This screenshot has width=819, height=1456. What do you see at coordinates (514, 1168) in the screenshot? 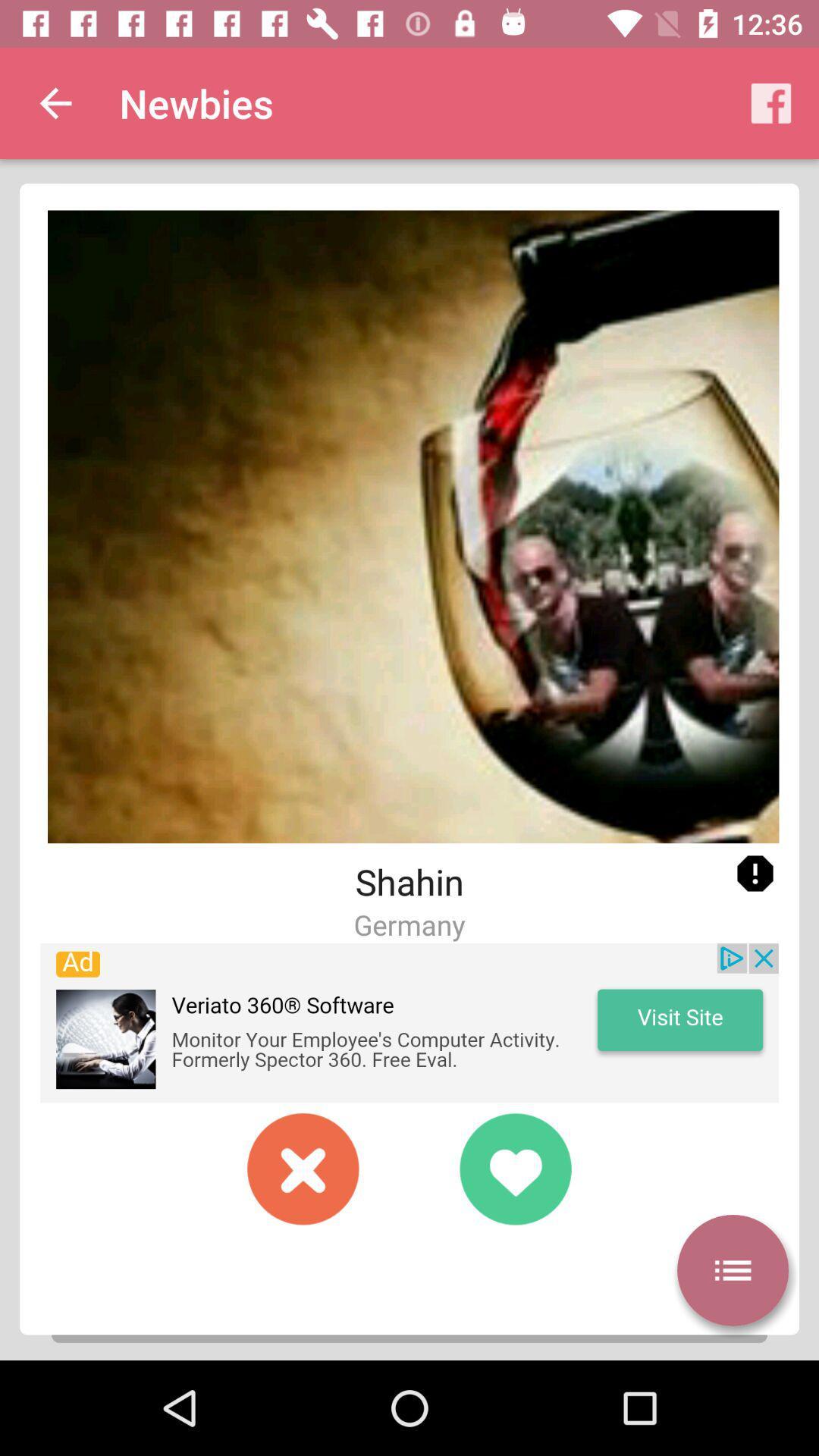
I see `make it favorite` at bounding box center [514, 1168].